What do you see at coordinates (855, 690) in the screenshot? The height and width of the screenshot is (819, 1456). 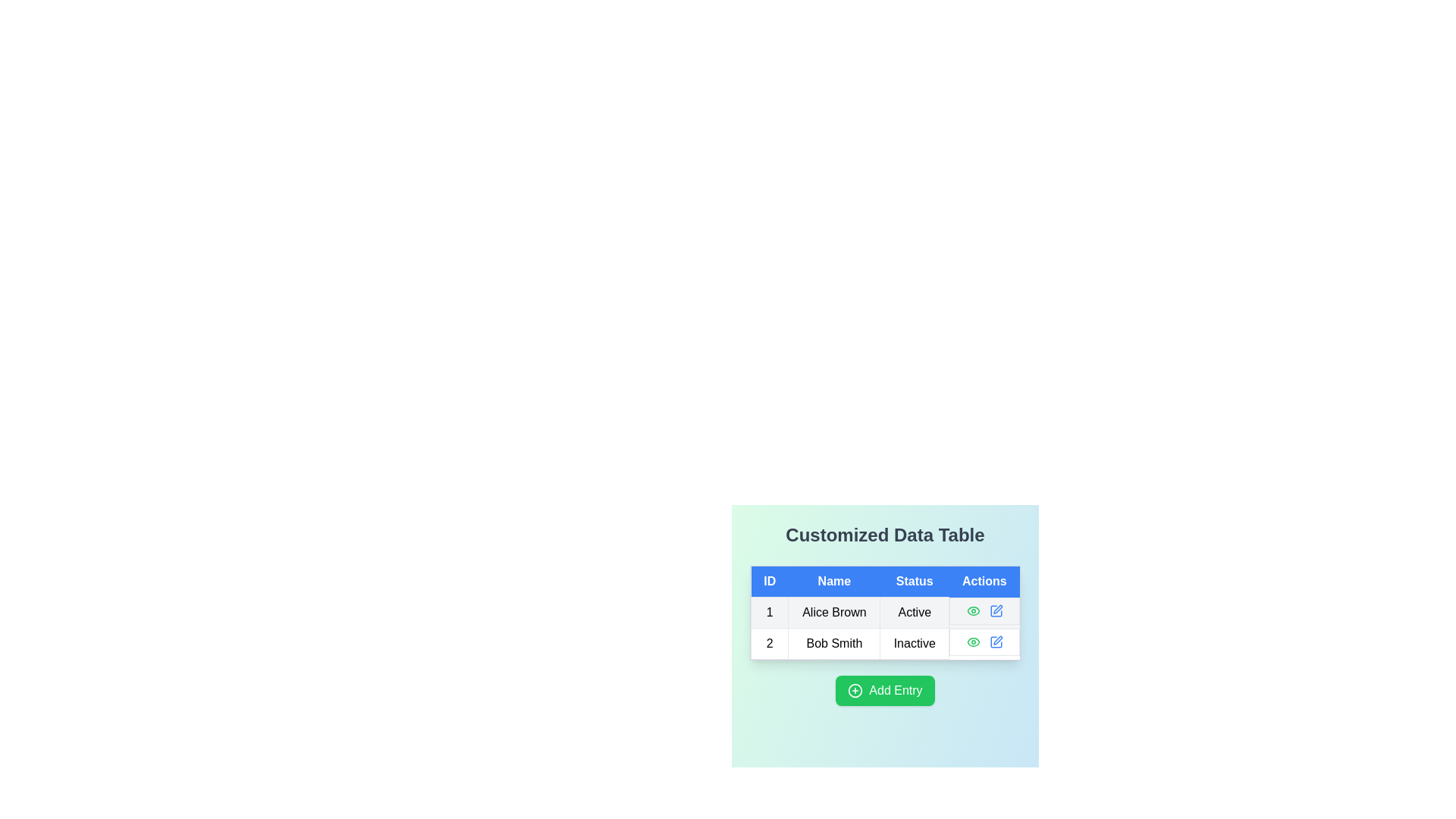 I see `the circular plus icon within the green button labeled 'Add Entry' located below the data table` at bounding box center [855, 690].